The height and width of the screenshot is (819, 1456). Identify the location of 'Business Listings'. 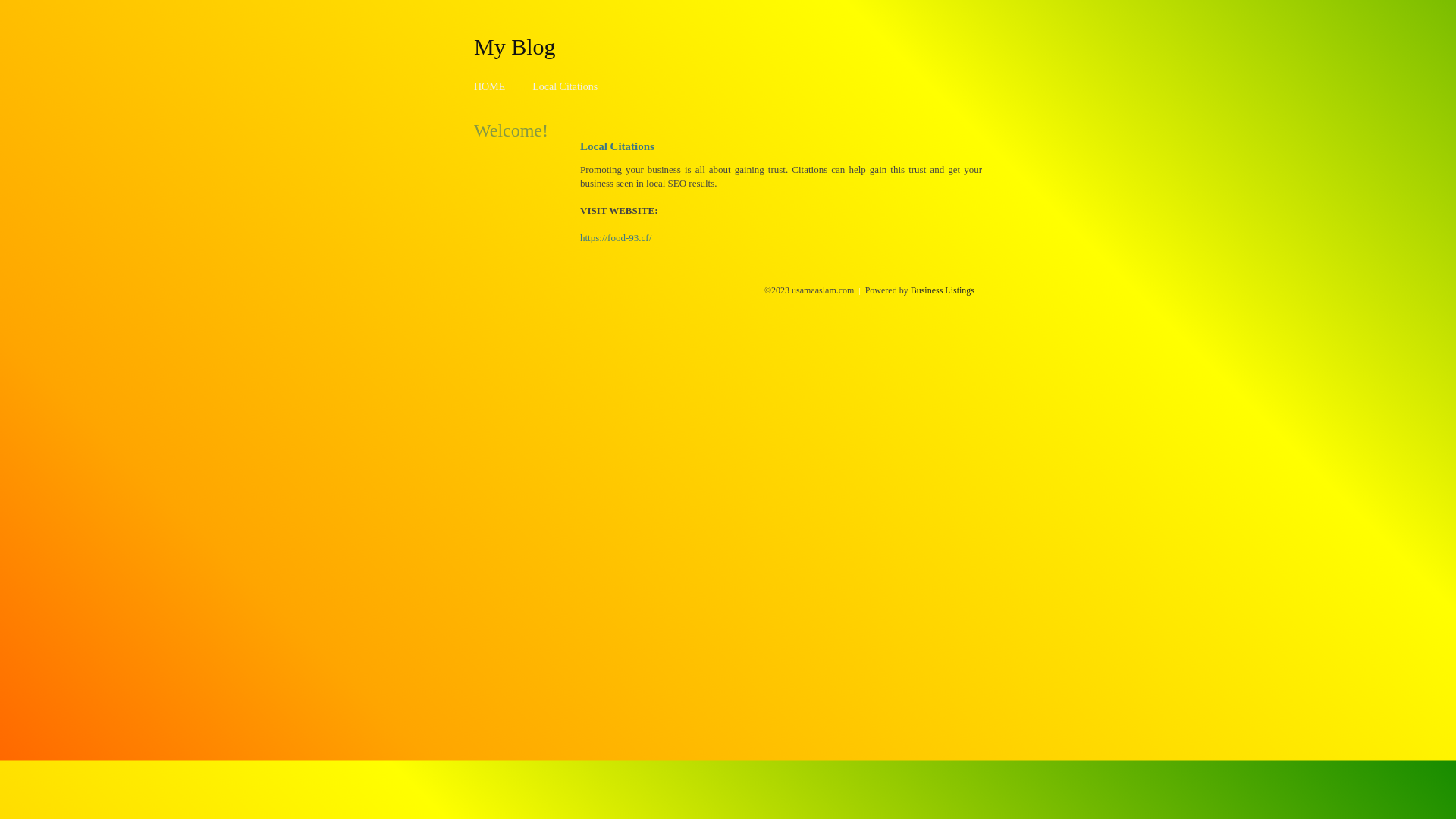
(942, 290).